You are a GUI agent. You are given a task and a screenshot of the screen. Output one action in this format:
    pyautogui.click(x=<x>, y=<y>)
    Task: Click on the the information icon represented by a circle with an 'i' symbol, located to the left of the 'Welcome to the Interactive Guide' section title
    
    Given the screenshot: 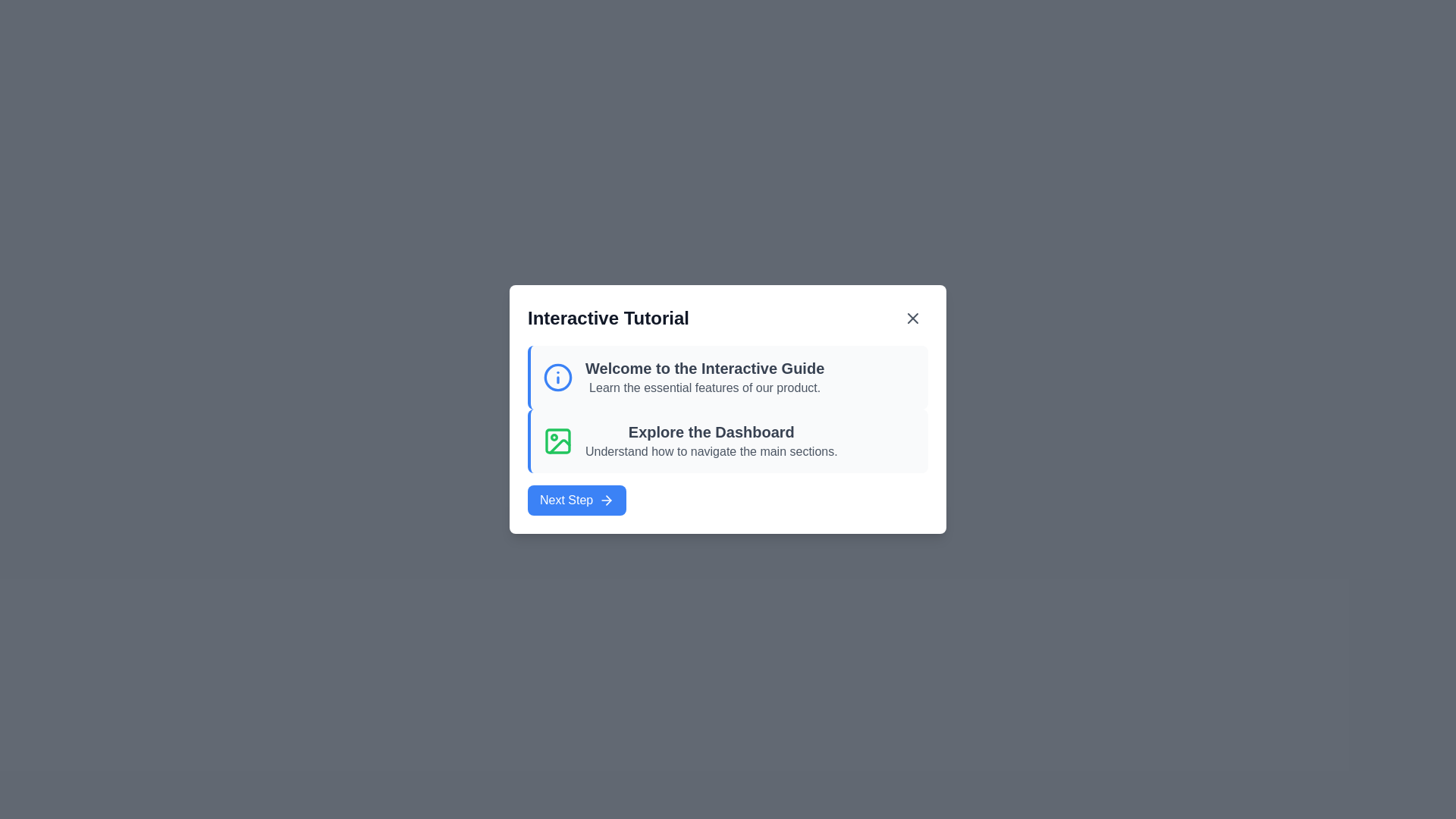 What is the action you would take?
    pyautogui.click(x=557, y=376)
    